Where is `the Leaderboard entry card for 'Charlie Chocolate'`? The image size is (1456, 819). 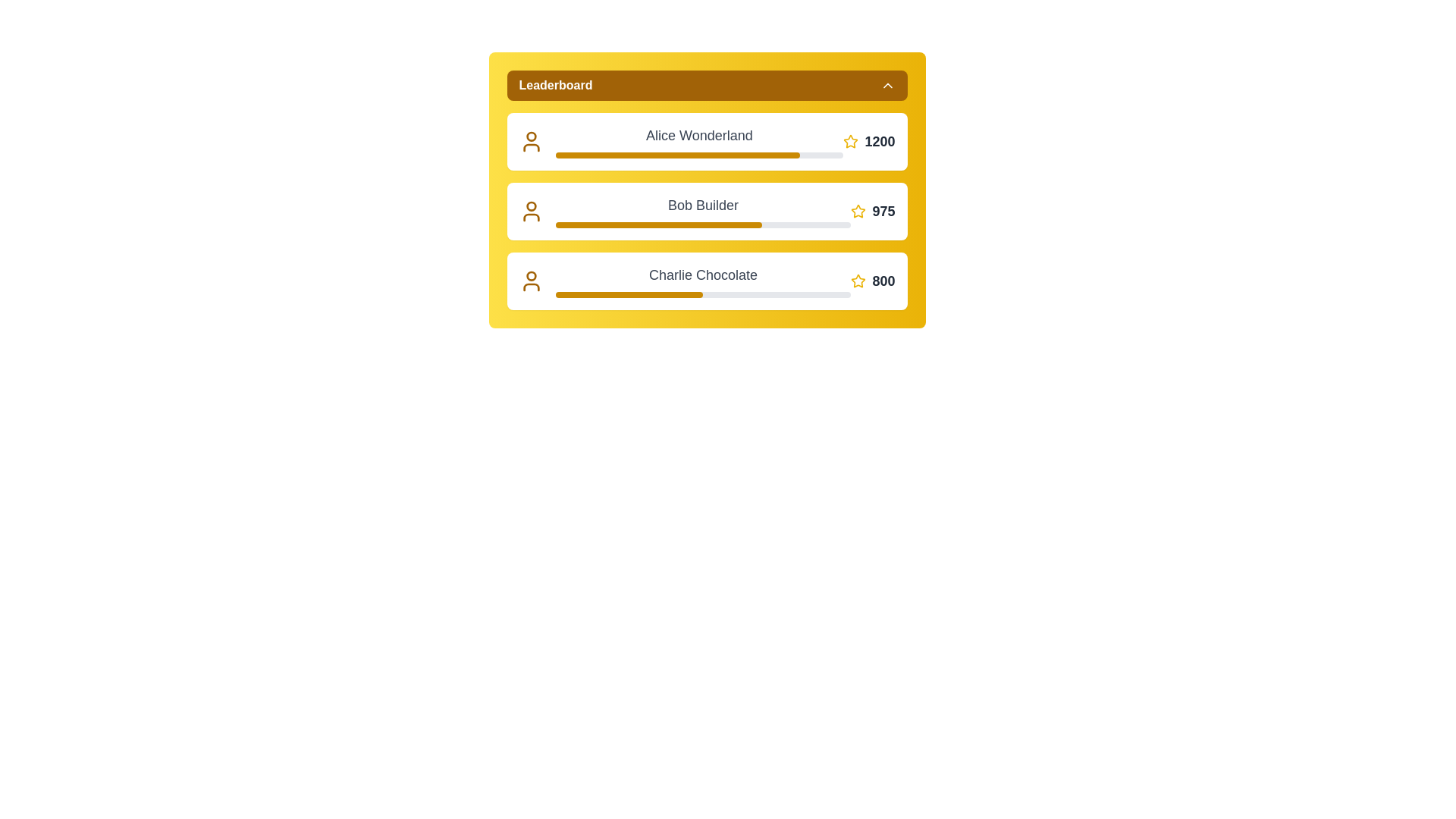 the Leaderboard entry card for 'Charlie Chocolate' is located at coordinates (706, 281).